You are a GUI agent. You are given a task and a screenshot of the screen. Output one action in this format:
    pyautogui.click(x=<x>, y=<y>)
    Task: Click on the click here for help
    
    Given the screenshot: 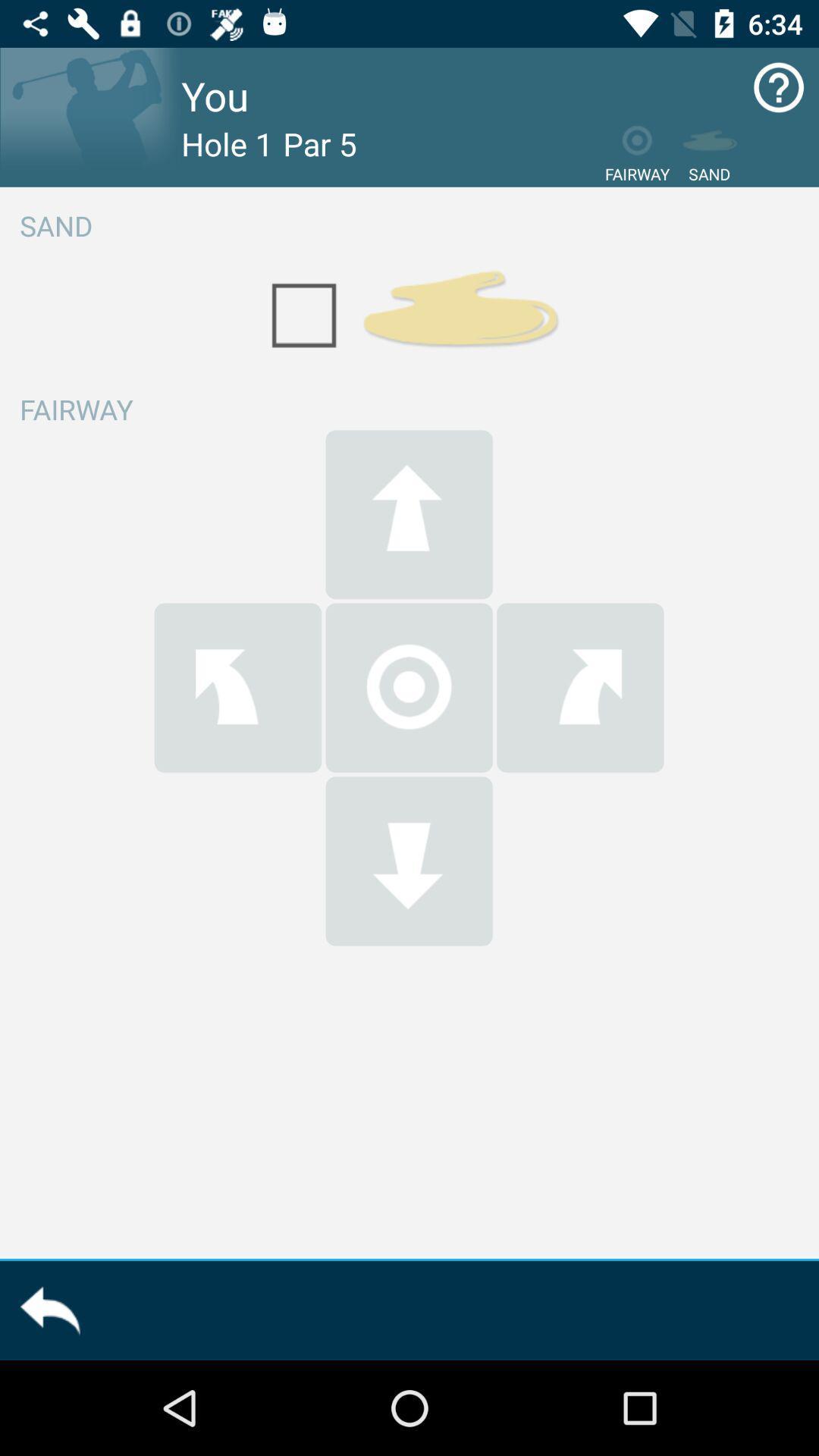 What is the action you would take?
    pyautogui.click(x=779, y=86)
    